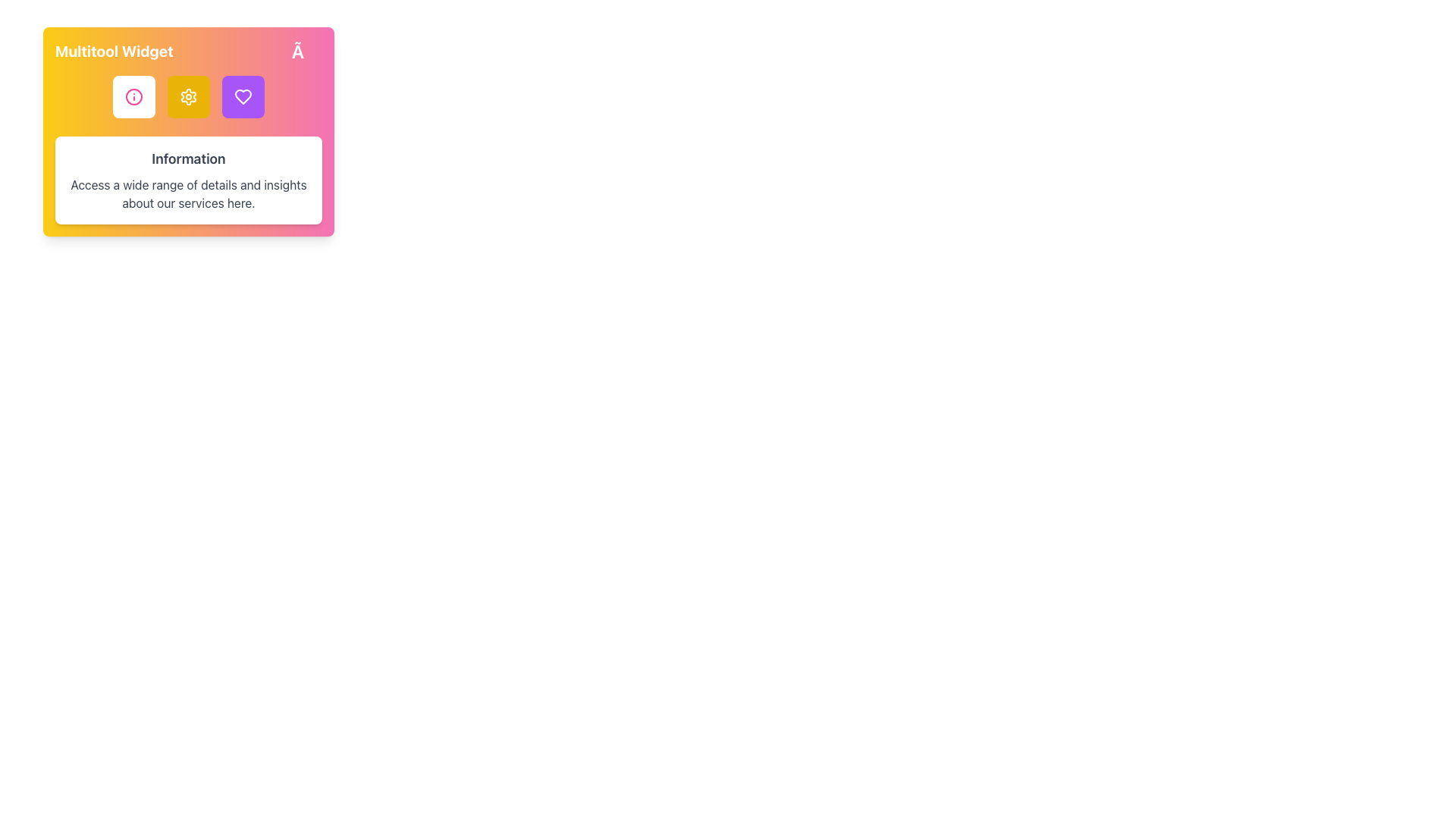  What do you see at coordinates (243, 96) in the screenshot?
I see `the third button in a horizontal row of three, which features a heart icon` at bounding box center [243, 96].